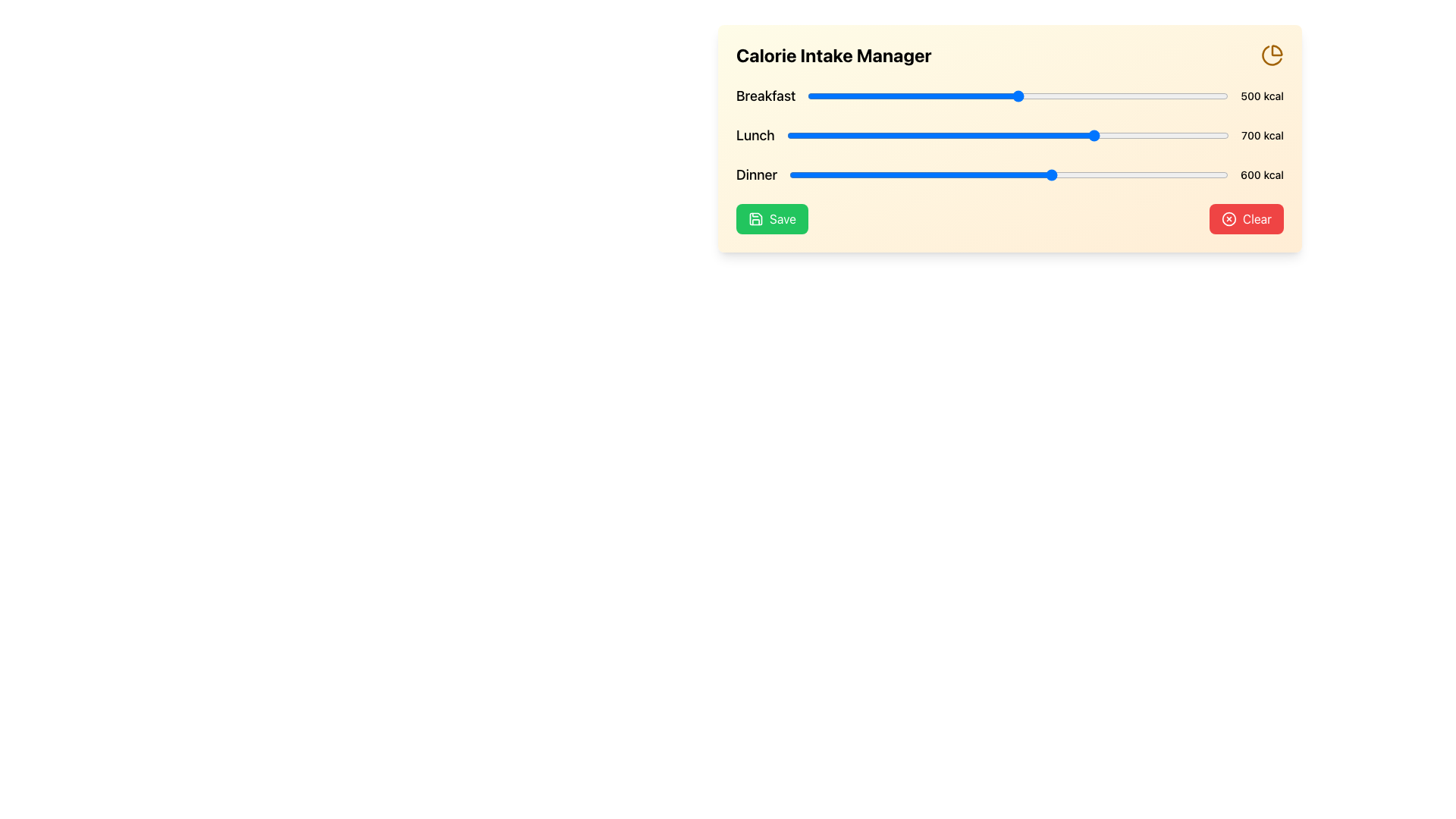 This screenshot has width=1456, height=819. I want to click on the clear/reset button located at the bottom-right corner of the interface, adjacent to the 'Save' button, so click(1246, 219).